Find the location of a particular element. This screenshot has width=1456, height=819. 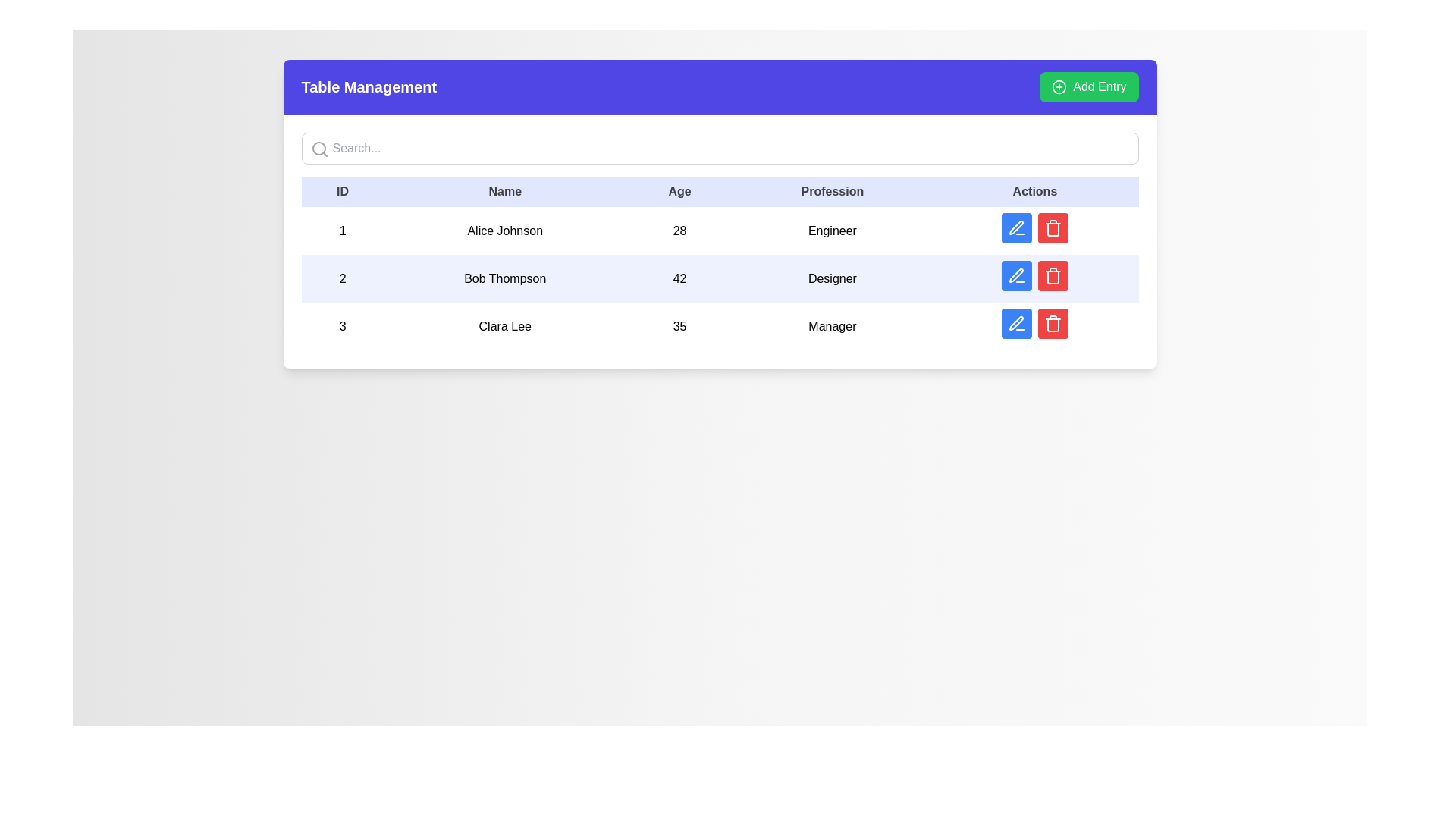

the delete button located in the 'Actions' column of the second row, positioned to the right of the blue edit button is located at coordinates (1052, 275).